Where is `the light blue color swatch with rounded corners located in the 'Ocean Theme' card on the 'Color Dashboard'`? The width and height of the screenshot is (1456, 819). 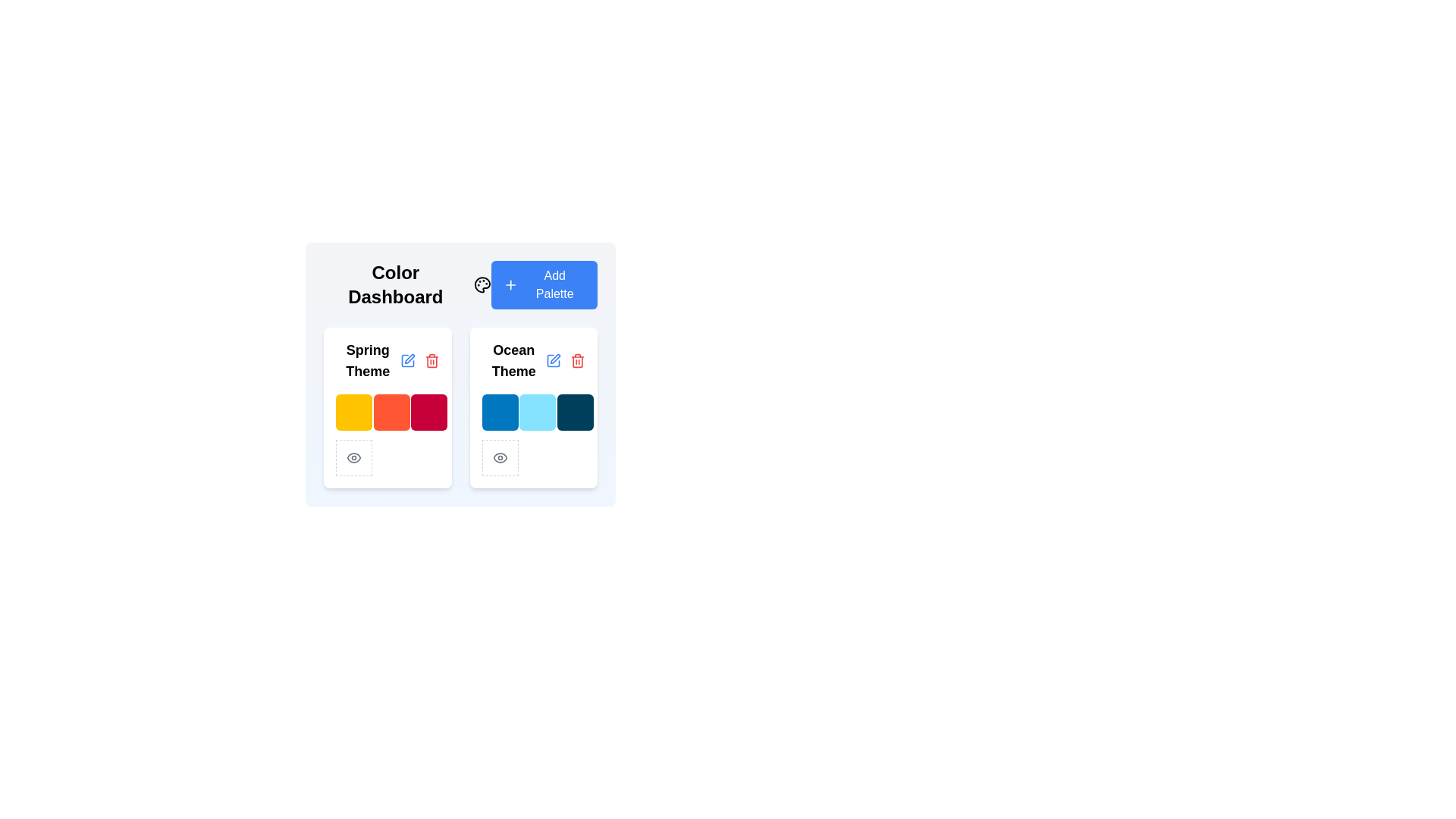
the light blue color swatch with rounded corners located in the 'Ocean Theme' card on the 'Color Dashboard' is located at coordinates (538, 412).